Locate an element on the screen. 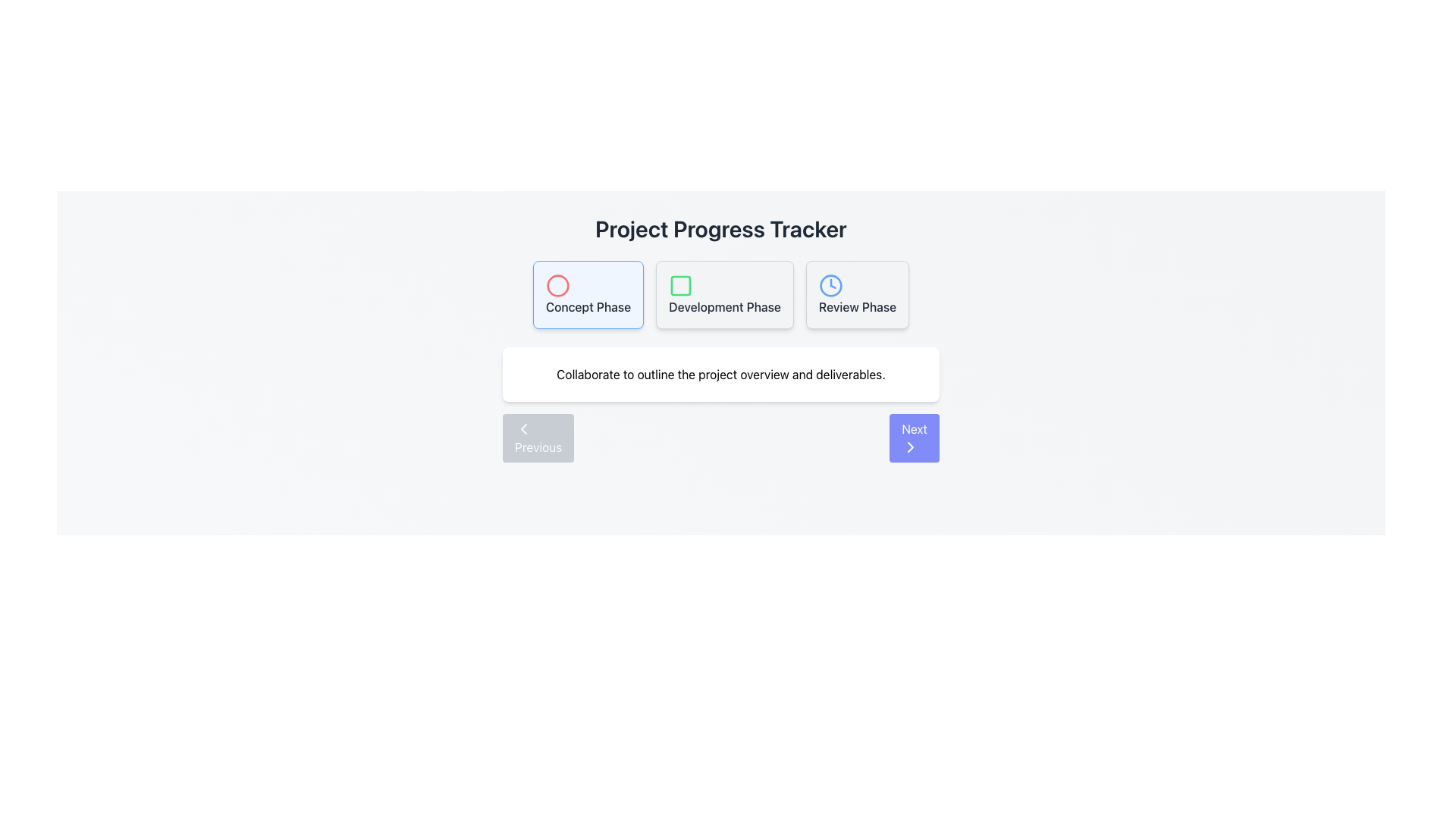 This screenshot has height=819, width=1456. the small square icon with rounded corners located centrally within the 'Development Phase' card of the 'Project Progress Tracker' is located at coordinates (680, 286).